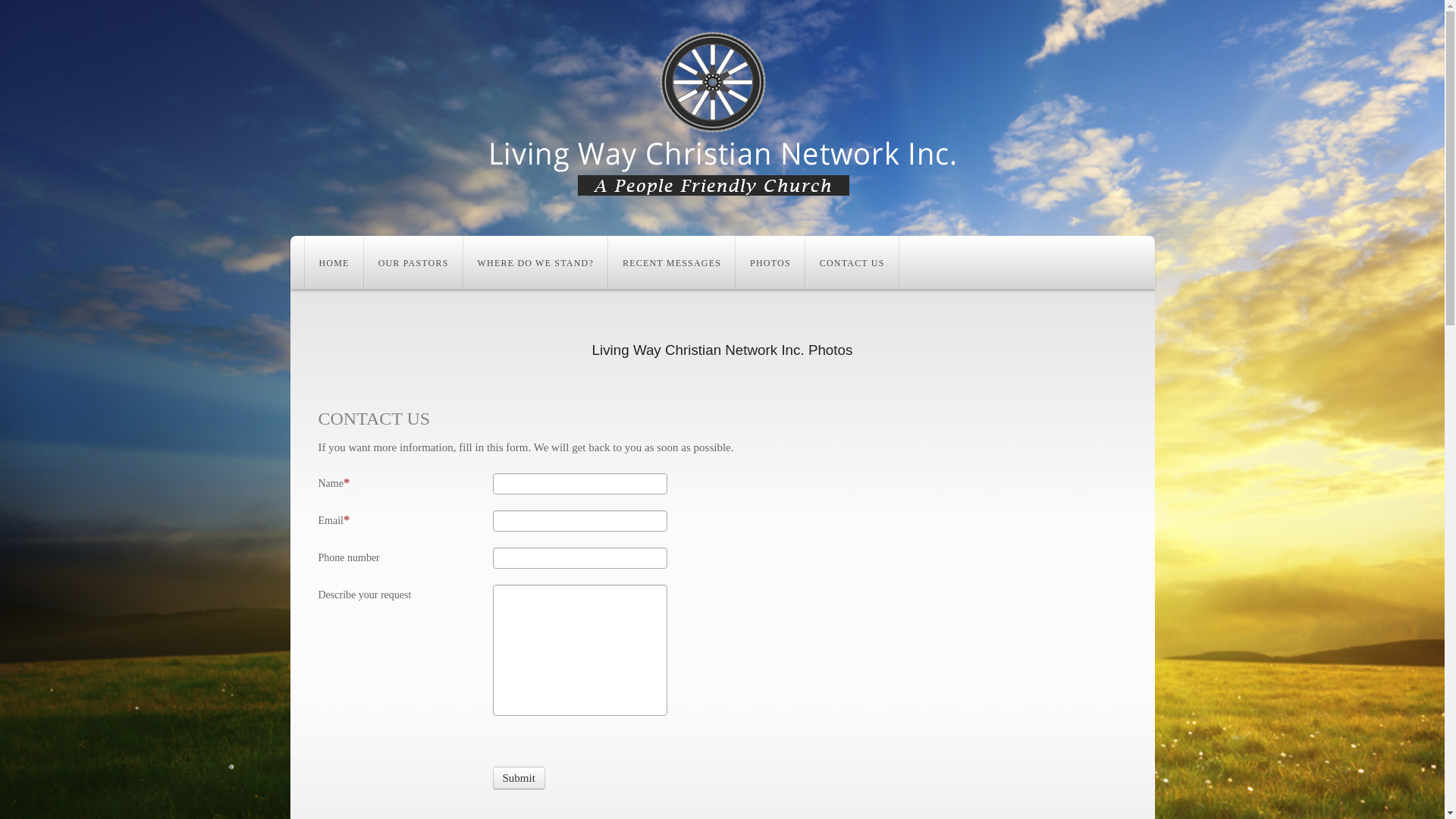  I want to click on 'CONTACT US', so click(852, 262).